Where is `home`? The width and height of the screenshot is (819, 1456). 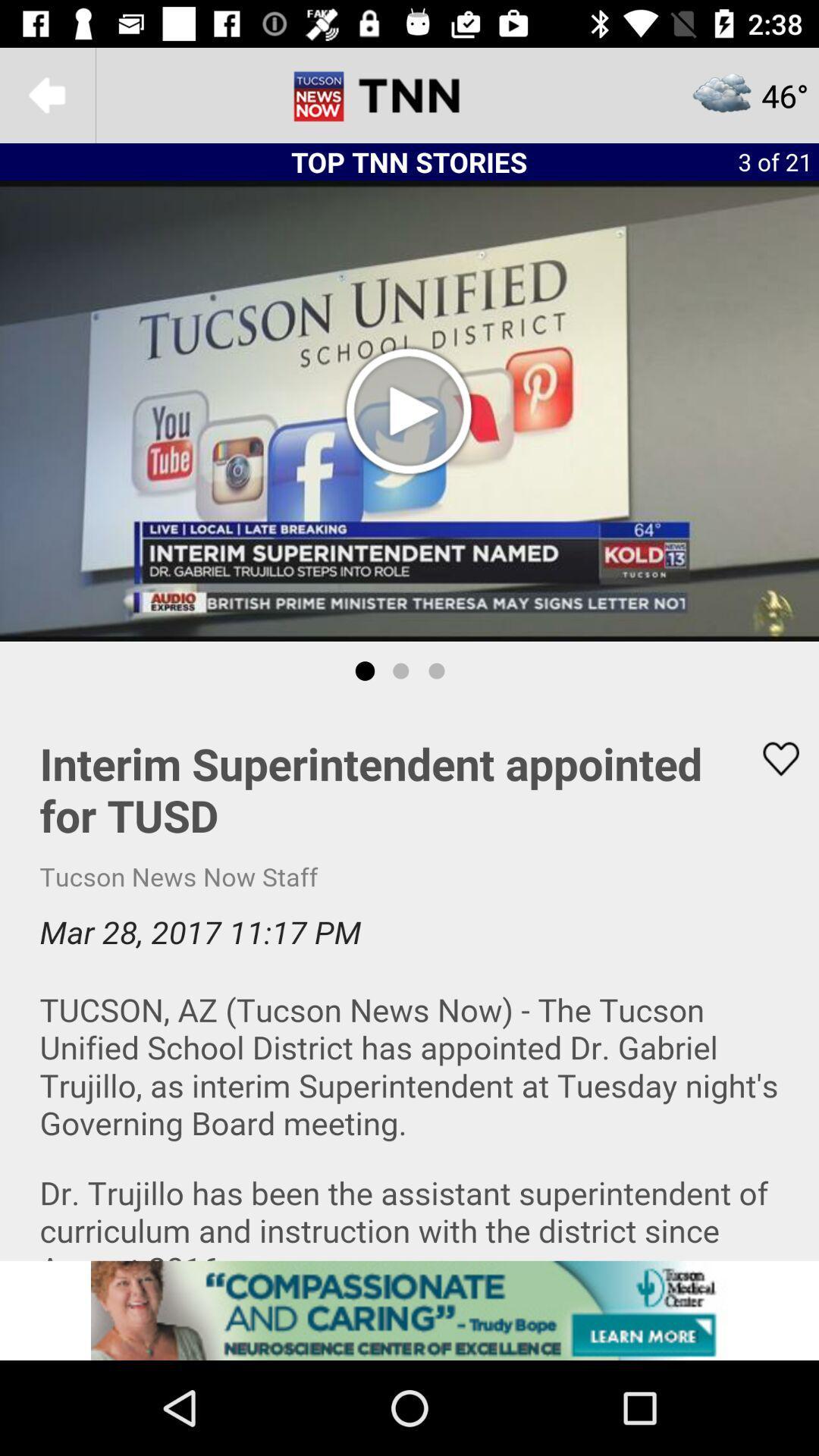
home is located at coordinates (409, 94).